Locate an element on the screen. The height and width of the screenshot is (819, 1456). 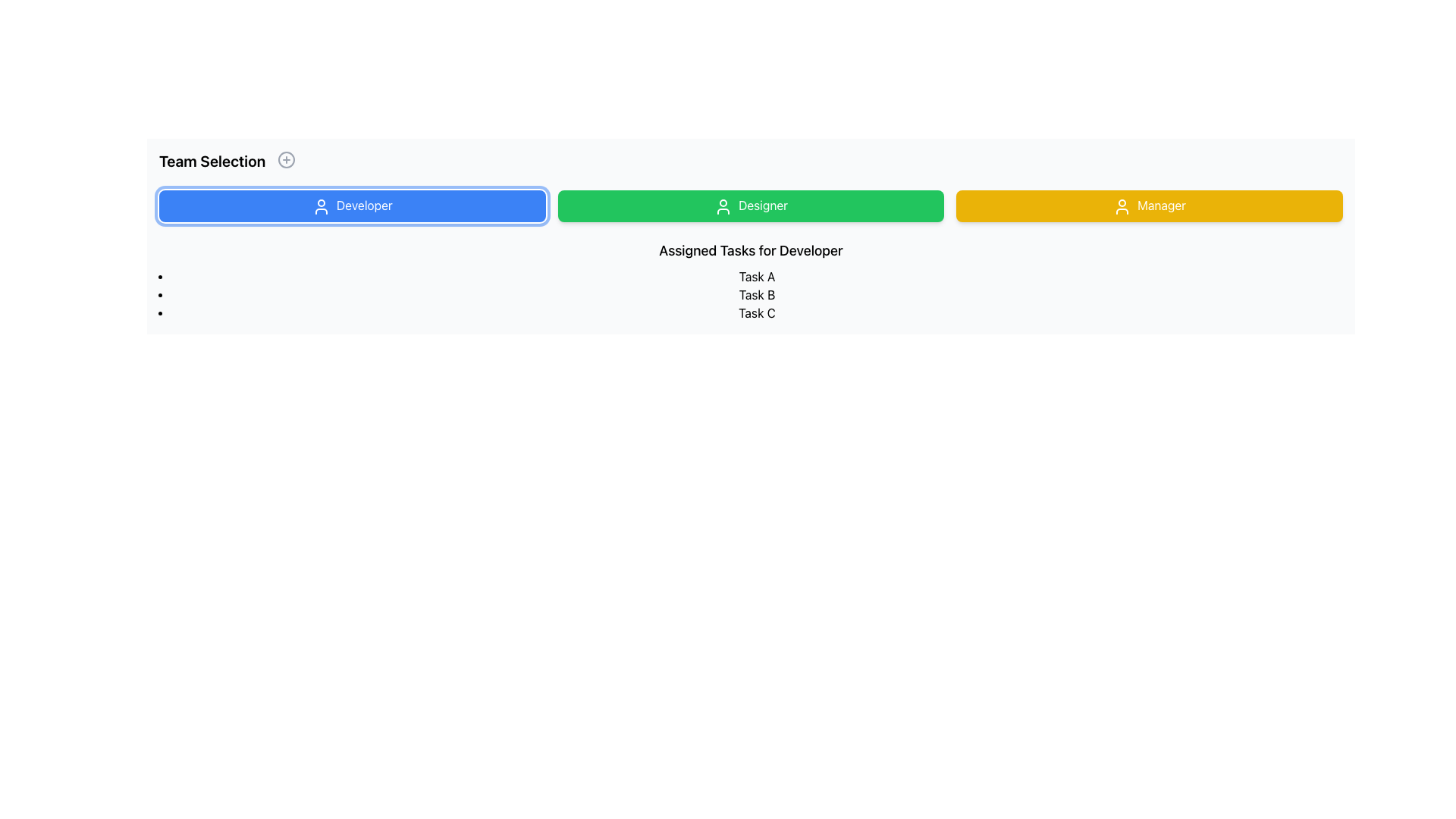
the button for adding a new item, located to the right of the 'Team Selection' title, to change its color is located at coordinates (287, 160).